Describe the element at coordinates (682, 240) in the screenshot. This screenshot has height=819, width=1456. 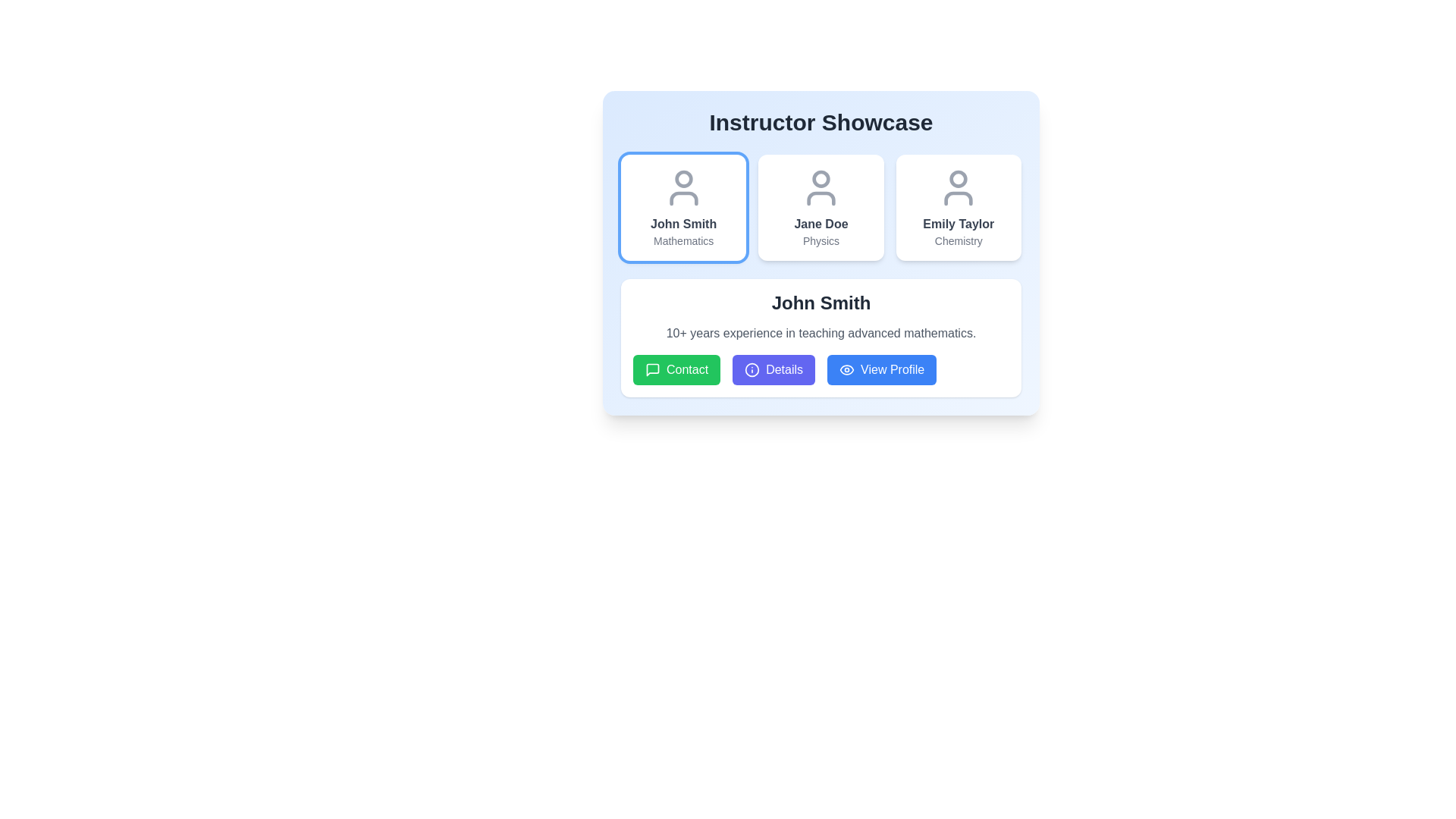
I see `the text label that describes the expertise of 'John Smith', located directly below his name in the first card of a horizontal group of three cards` at that location.